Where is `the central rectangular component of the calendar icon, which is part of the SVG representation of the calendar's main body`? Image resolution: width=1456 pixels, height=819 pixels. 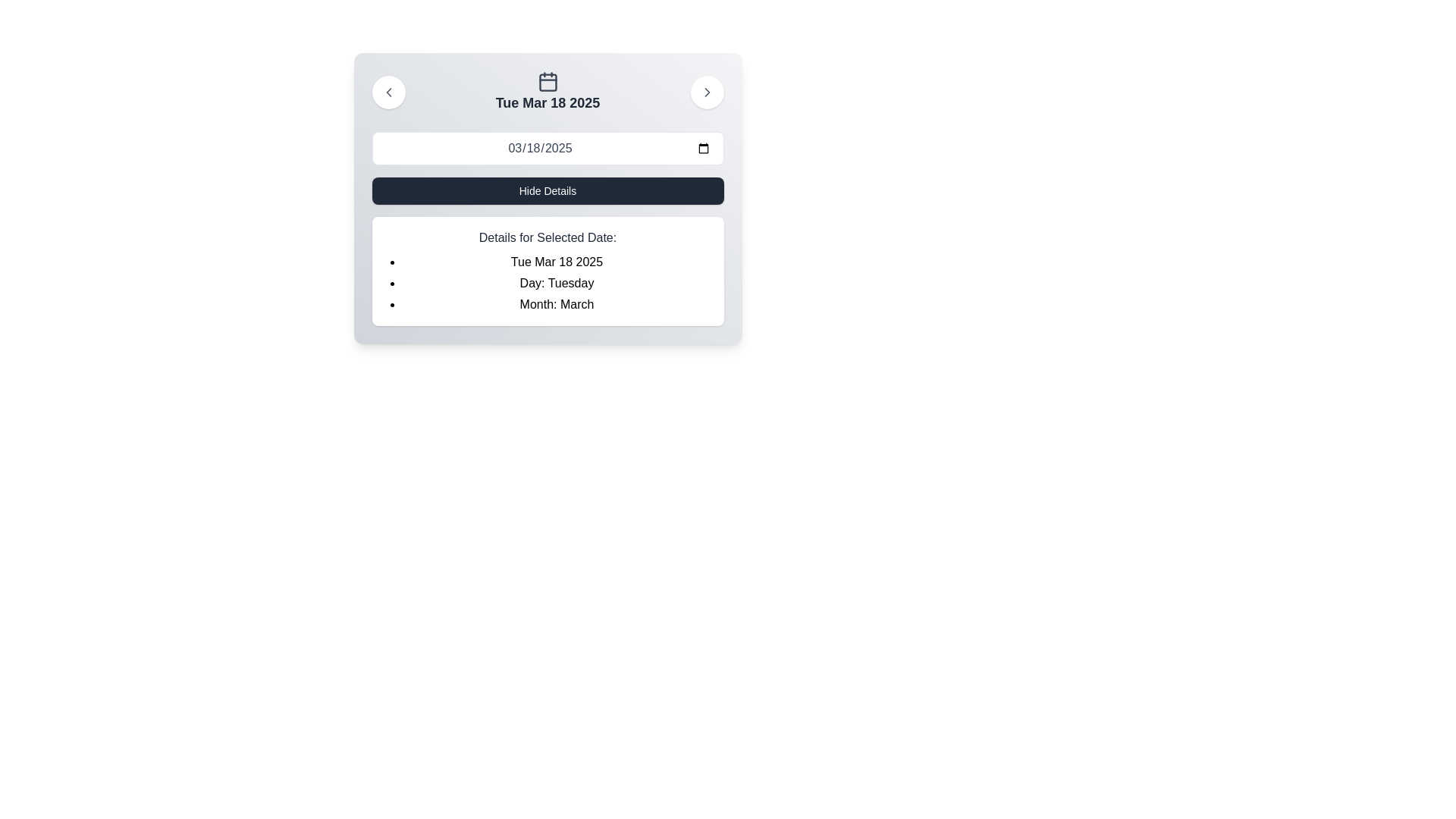
the central rectangular component of the calendar icon, which is part of the SVG representation of the calendar's main body is located at coordinates (547, 83).